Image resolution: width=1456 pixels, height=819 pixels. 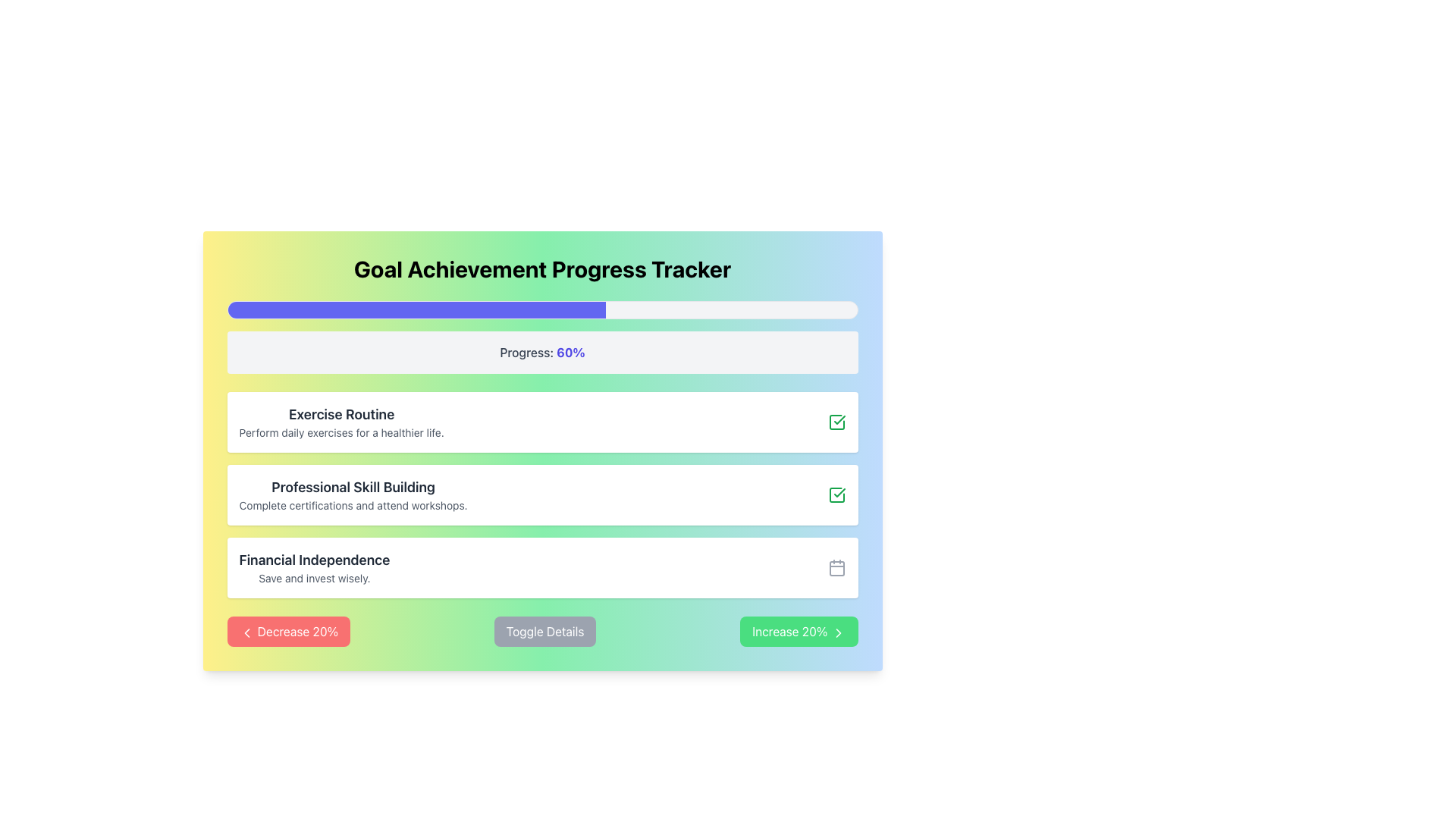 What do you see at coordinates (836, 494) in the screenshot?
I see `the graphical icon with a rectangular shape and rounded corners, which is part of a checkbox with a checkmark located to the right of the 'Exercise Routine' text block` at bounding box center [836, 494].